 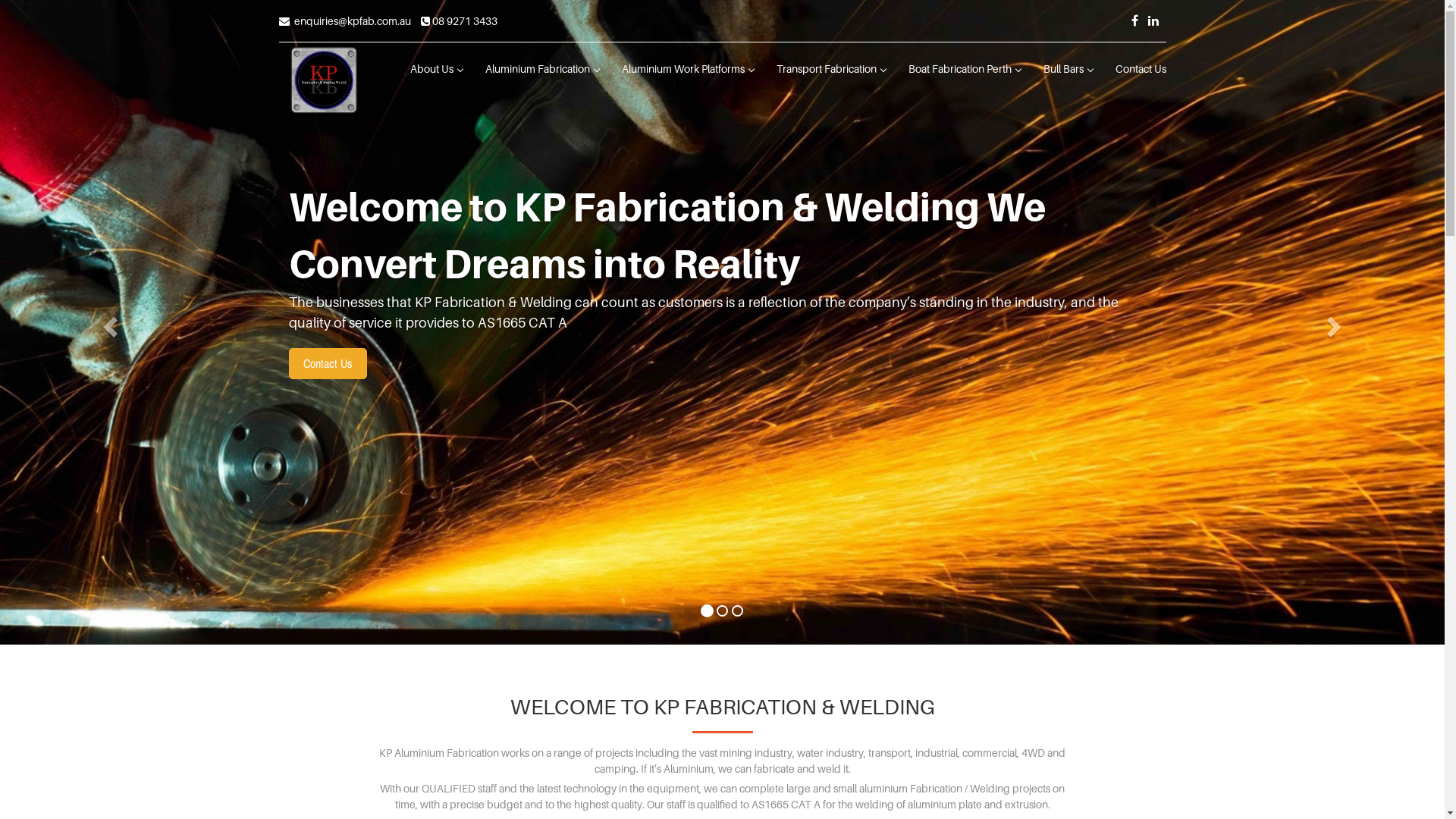 What do you see at coordinates (399, 69) in the screenshot?
I see `'About Us'` at bounding box center [399, 69].